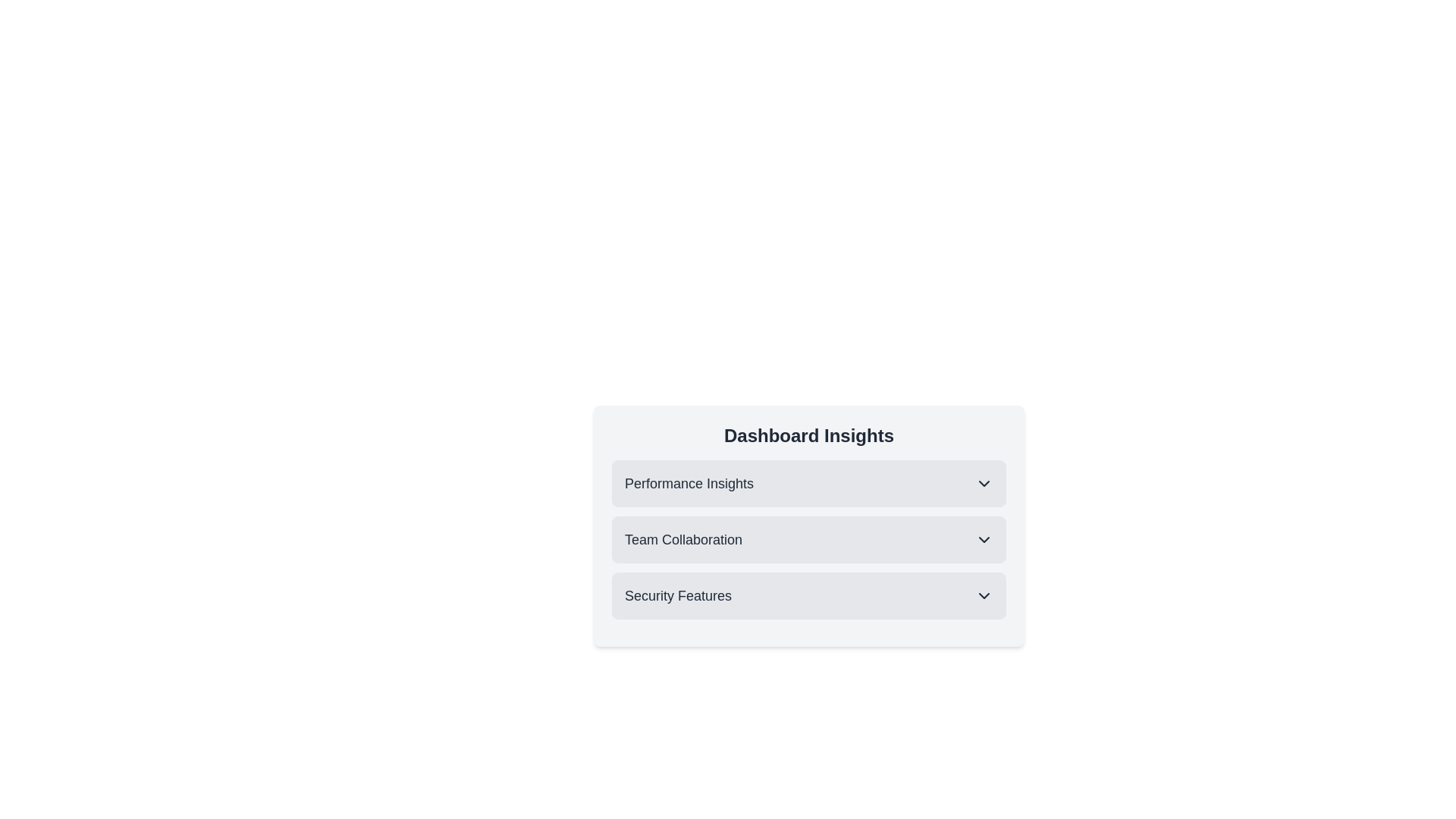 This screenshot has height=819, width=1456. Describe the element at coordinates (984, 483) in the screenshot. I see `the downward-facing chevron icon located on the far right of the 'Performance Insights' section` at that location.